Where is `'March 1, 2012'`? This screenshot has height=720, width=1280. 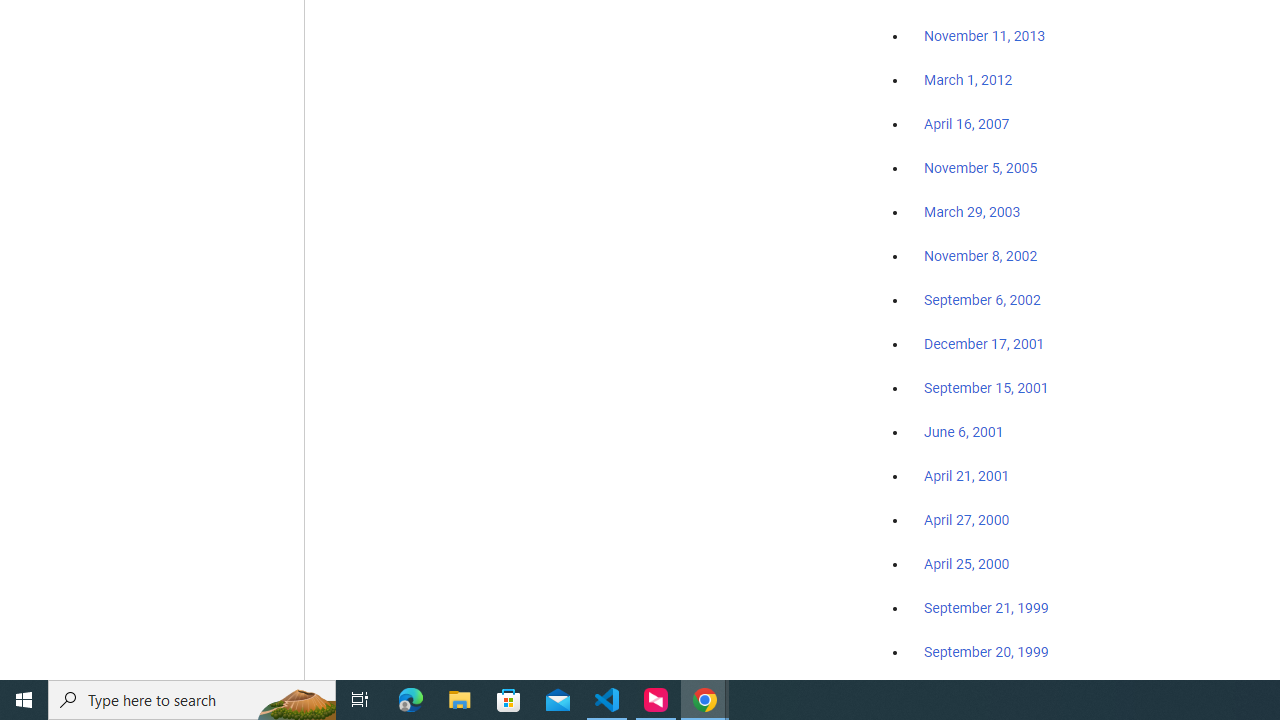
'March 1, 2012' is located at coordinates (968, 80).